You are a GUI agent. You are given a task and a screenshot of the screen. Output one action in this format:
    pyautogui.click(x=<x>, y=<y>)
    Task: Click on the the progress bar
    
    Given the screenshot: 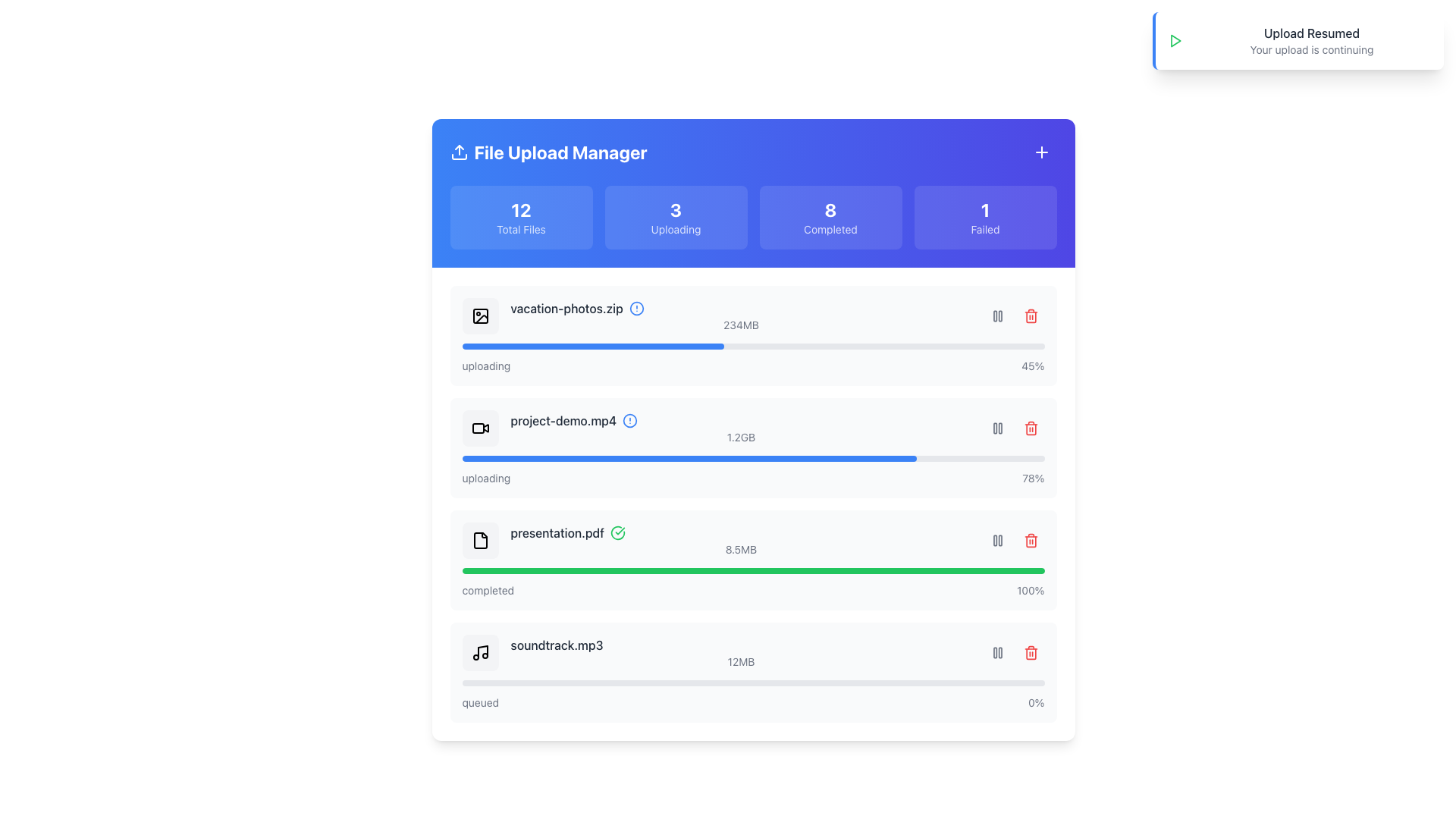 What is the action you would take?
    pyautogui.click(x=595, y=346)
    